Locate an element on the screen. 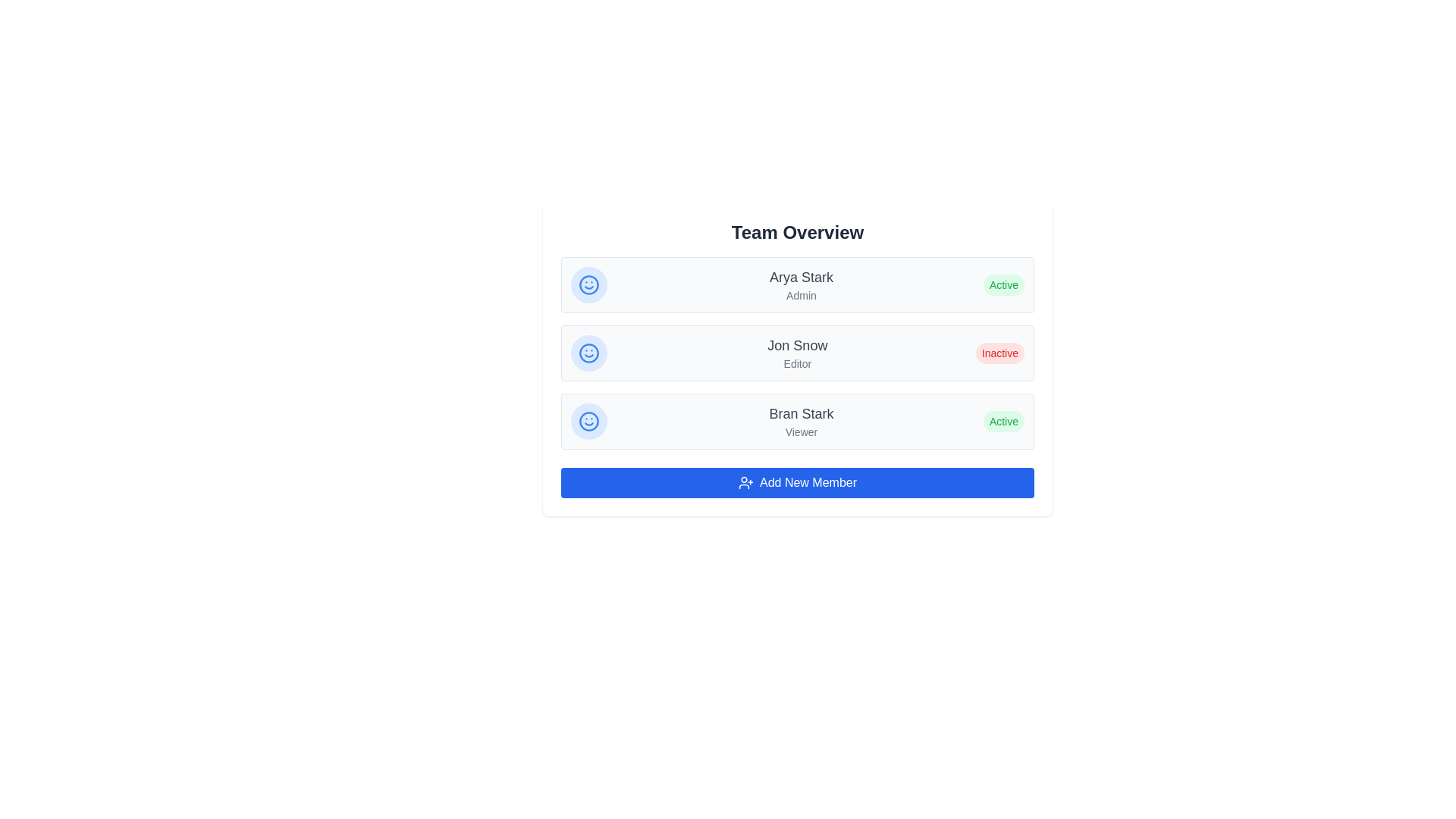 The image size is (1456, 819). the visual icon component located on the left side of the second row in the team overview section, adjacent to the name 'Jon Snow' is located at coordinates (588, 353).